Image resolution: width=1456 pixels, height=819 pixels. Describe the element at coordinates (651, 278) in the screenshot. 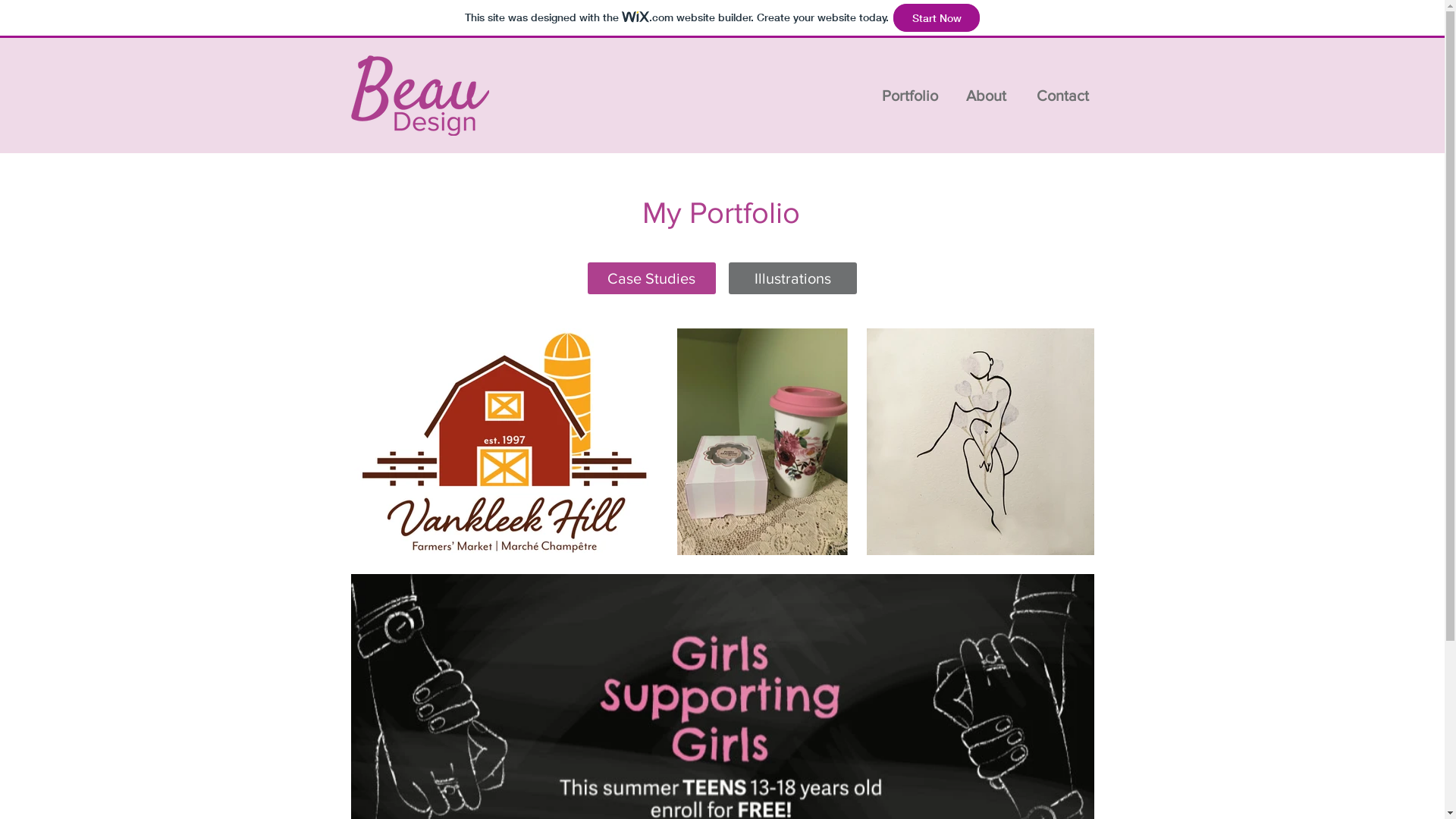

I see `'Case Studies'` at that location.